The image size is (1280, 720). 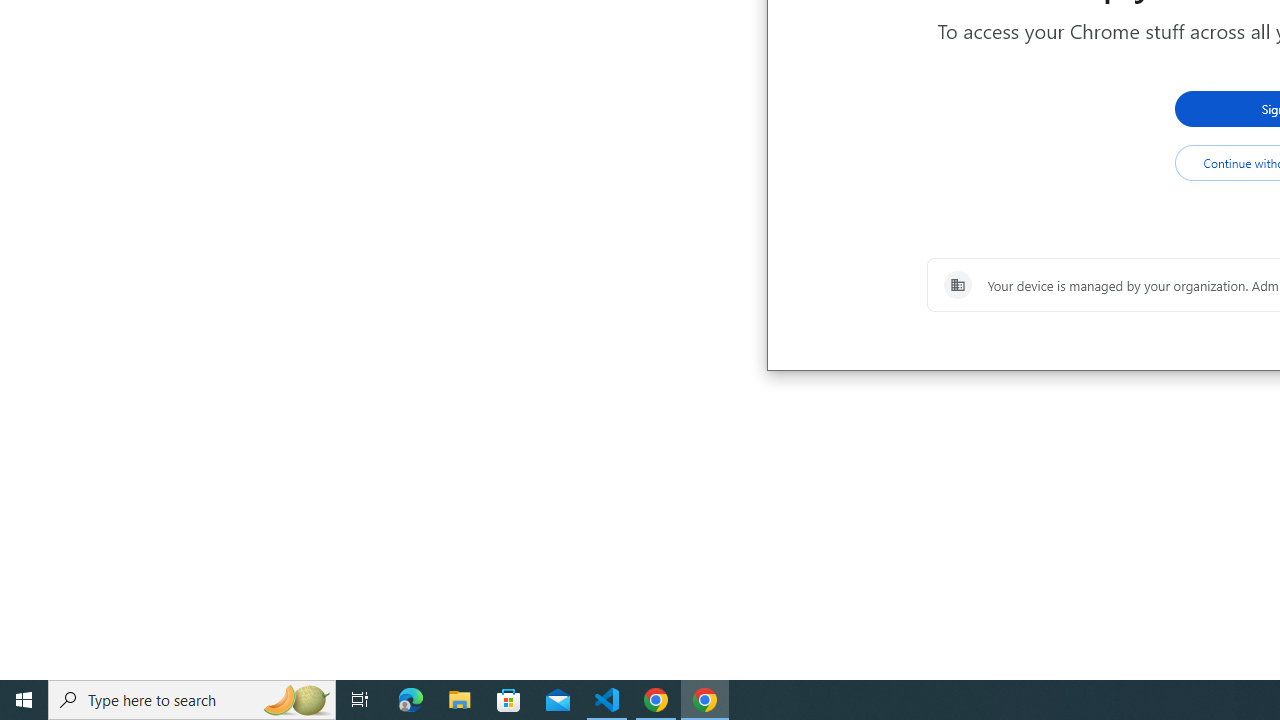 I want to click on 'Google Chrome - 1 running window', so click(x=705, y=698).